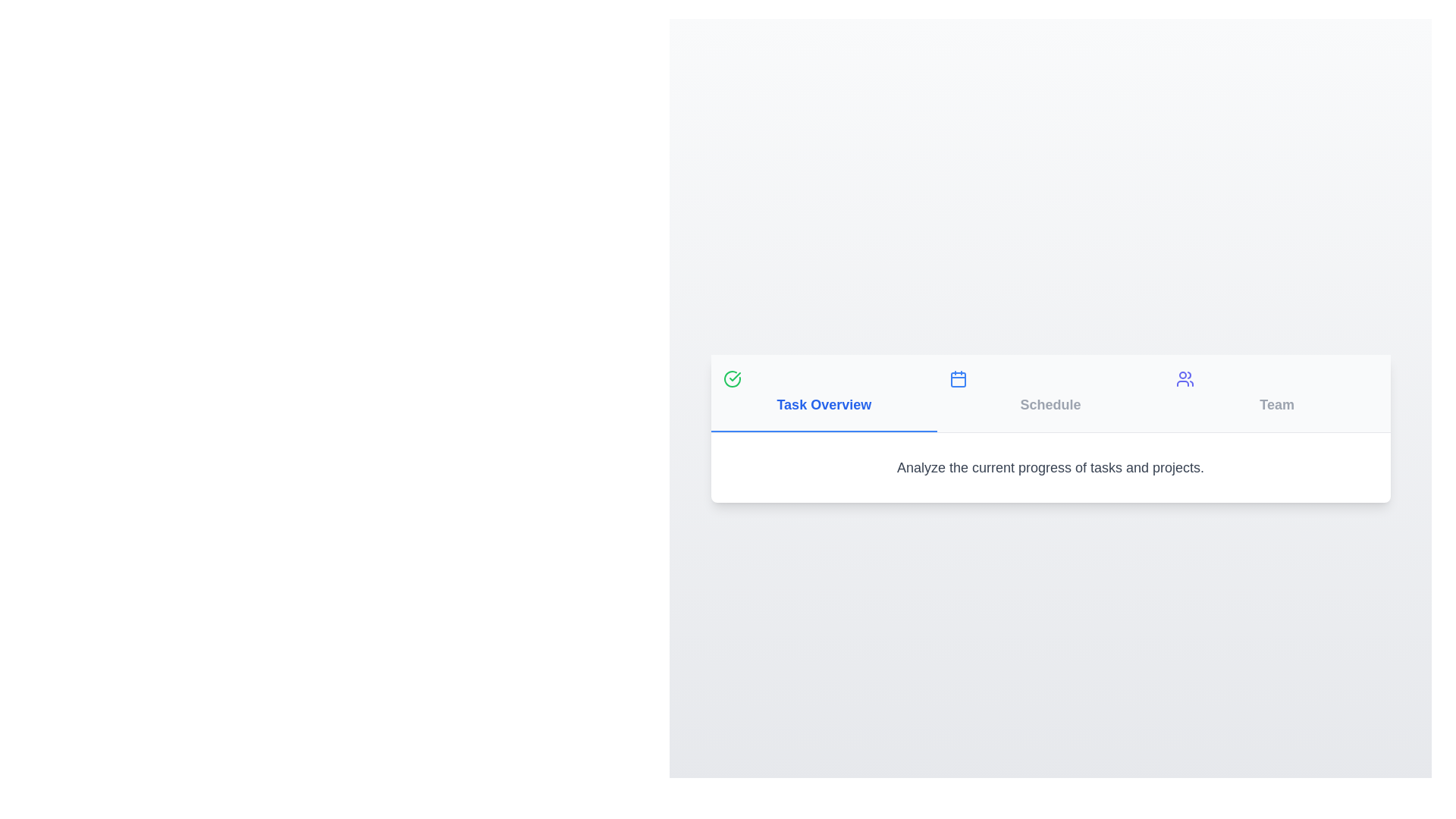 Image resolution: width=1456 pixels, height=819 pixels. I want to click on the icon of the tab labeled 'Schedule' to inspect it visually, so click(958, 378).